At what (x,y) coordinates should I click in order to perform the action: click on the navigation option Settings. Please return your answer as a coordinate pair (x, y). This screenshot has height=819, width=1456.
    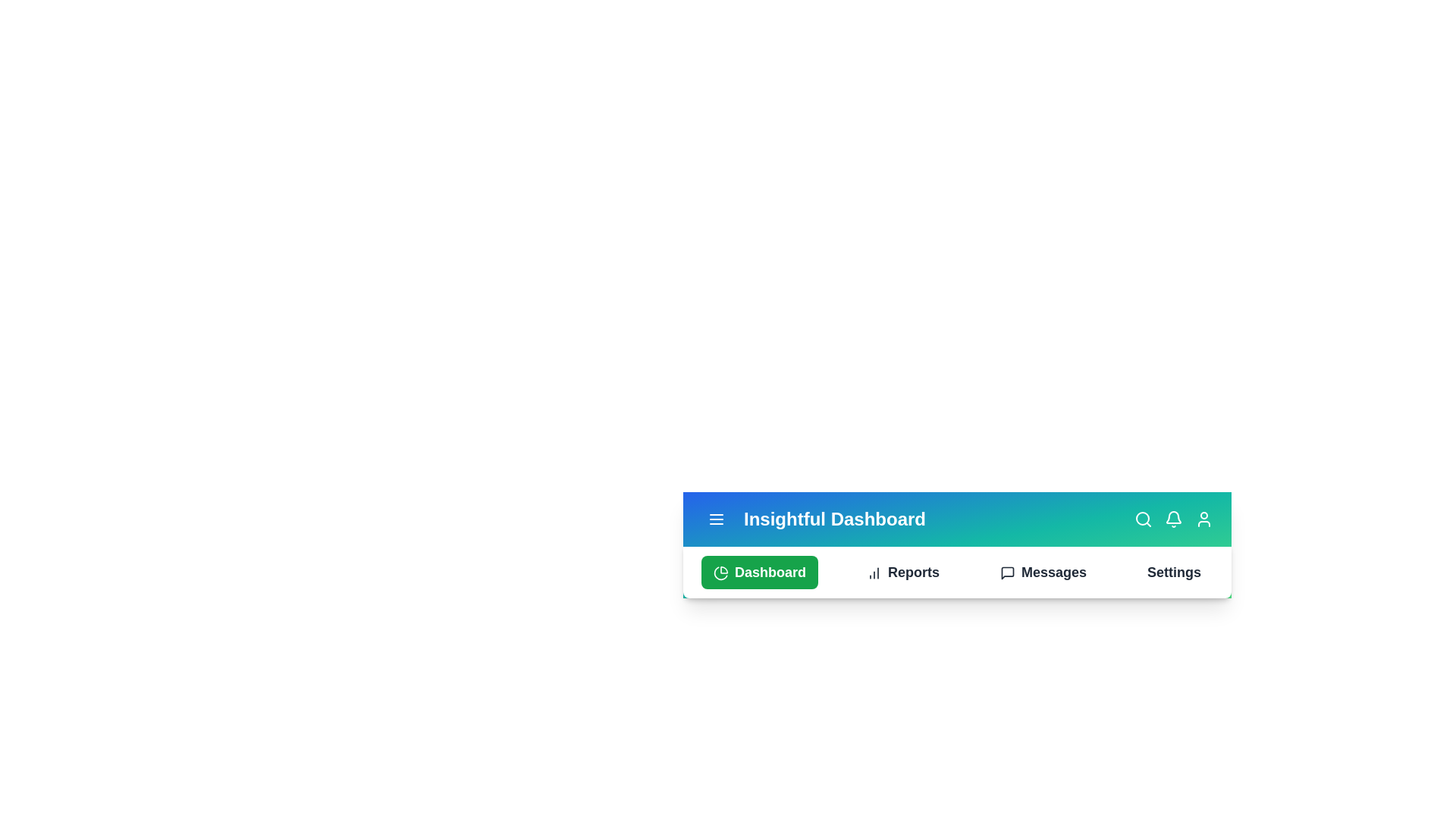
    Looking at the image, I should click on (1173, 573).